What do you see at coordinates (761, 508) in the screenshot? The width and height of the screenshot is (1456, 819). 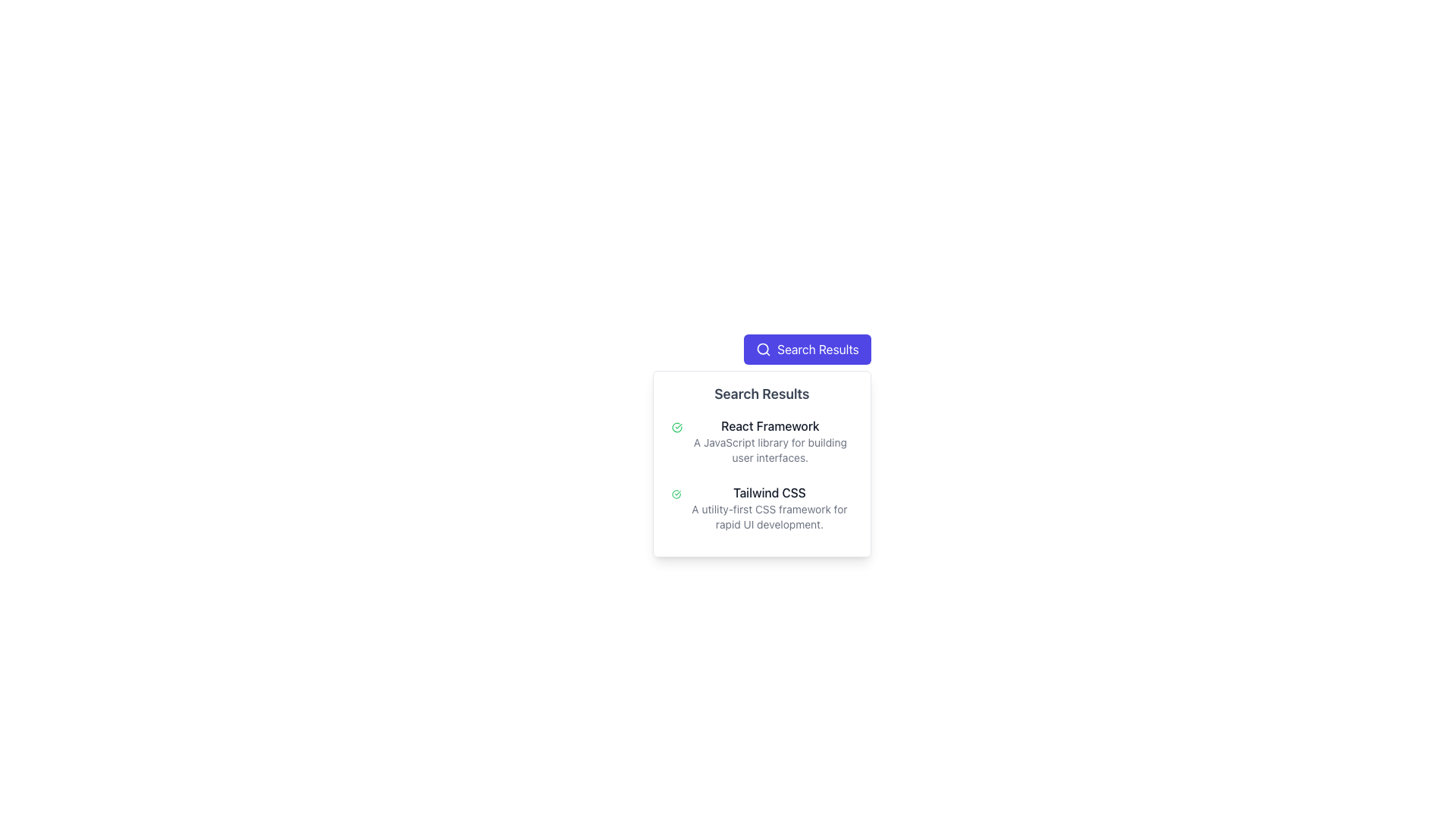 I see `the second Info card in the 'Search Results' section, which contains the title 'Tailwind CSS' and a green checkmark icon` at bounding box center [761, 508].